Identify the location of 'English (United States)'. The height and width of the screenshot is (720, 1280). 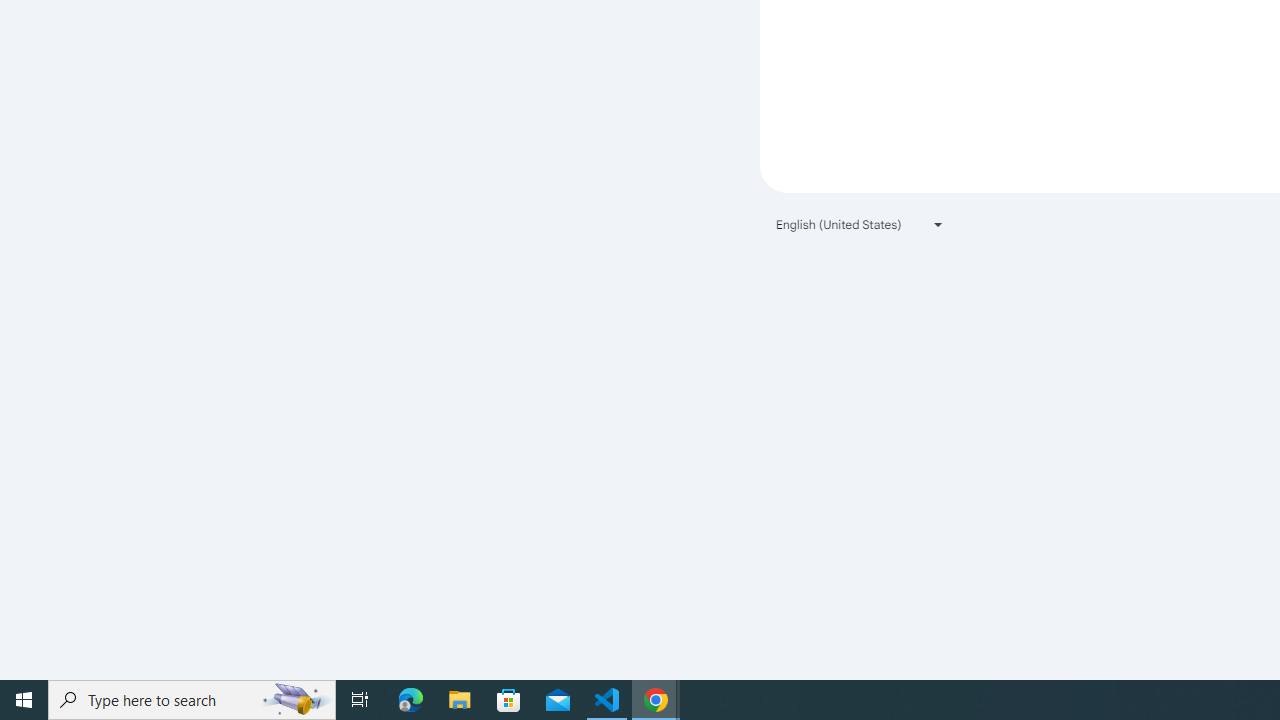
(860, 224).